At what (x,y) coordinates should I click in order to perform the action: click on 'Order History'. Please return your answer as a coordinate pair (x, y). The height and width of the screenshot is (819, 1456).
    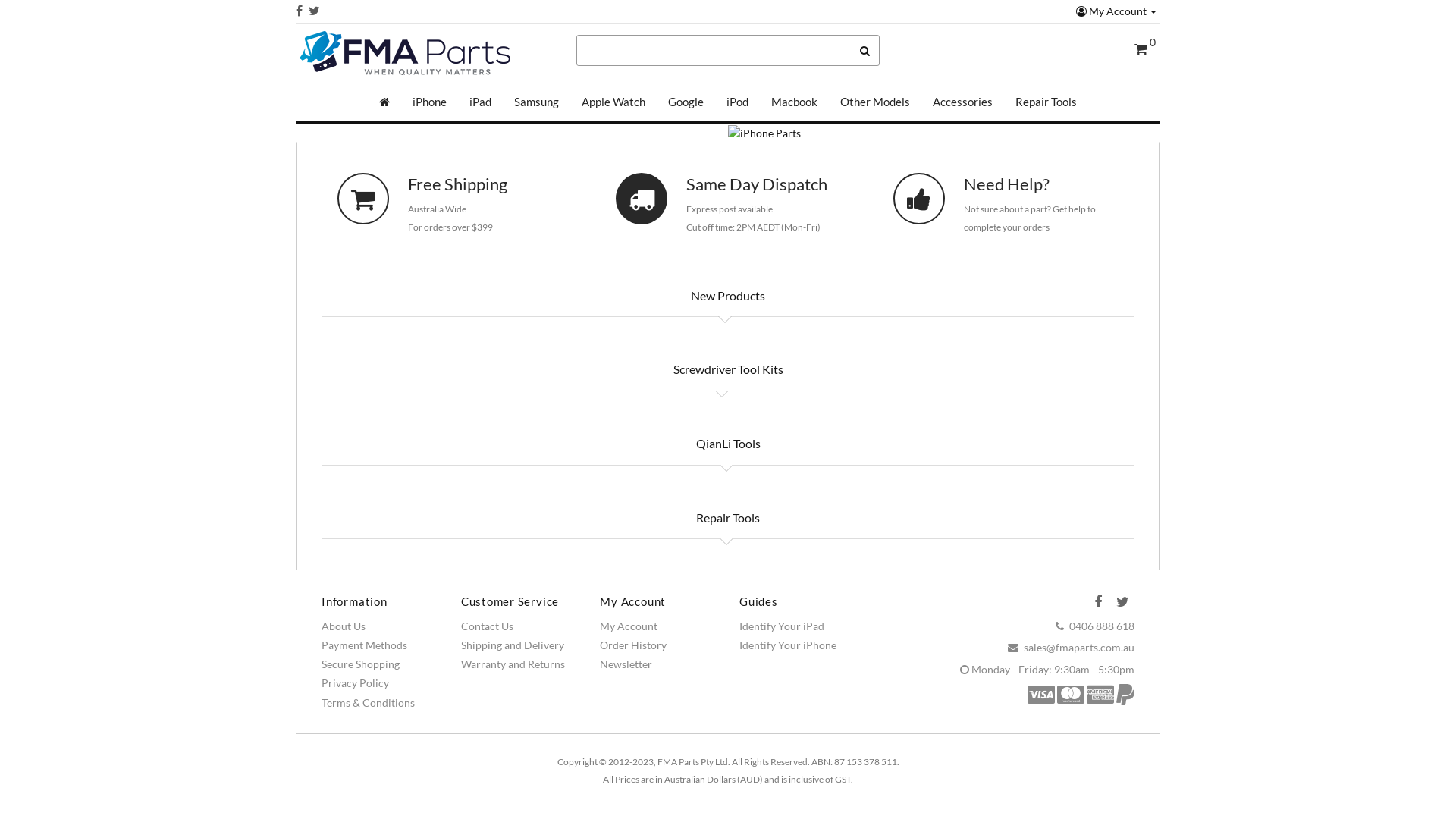
    Looking at the image, I should click on (633, 645).